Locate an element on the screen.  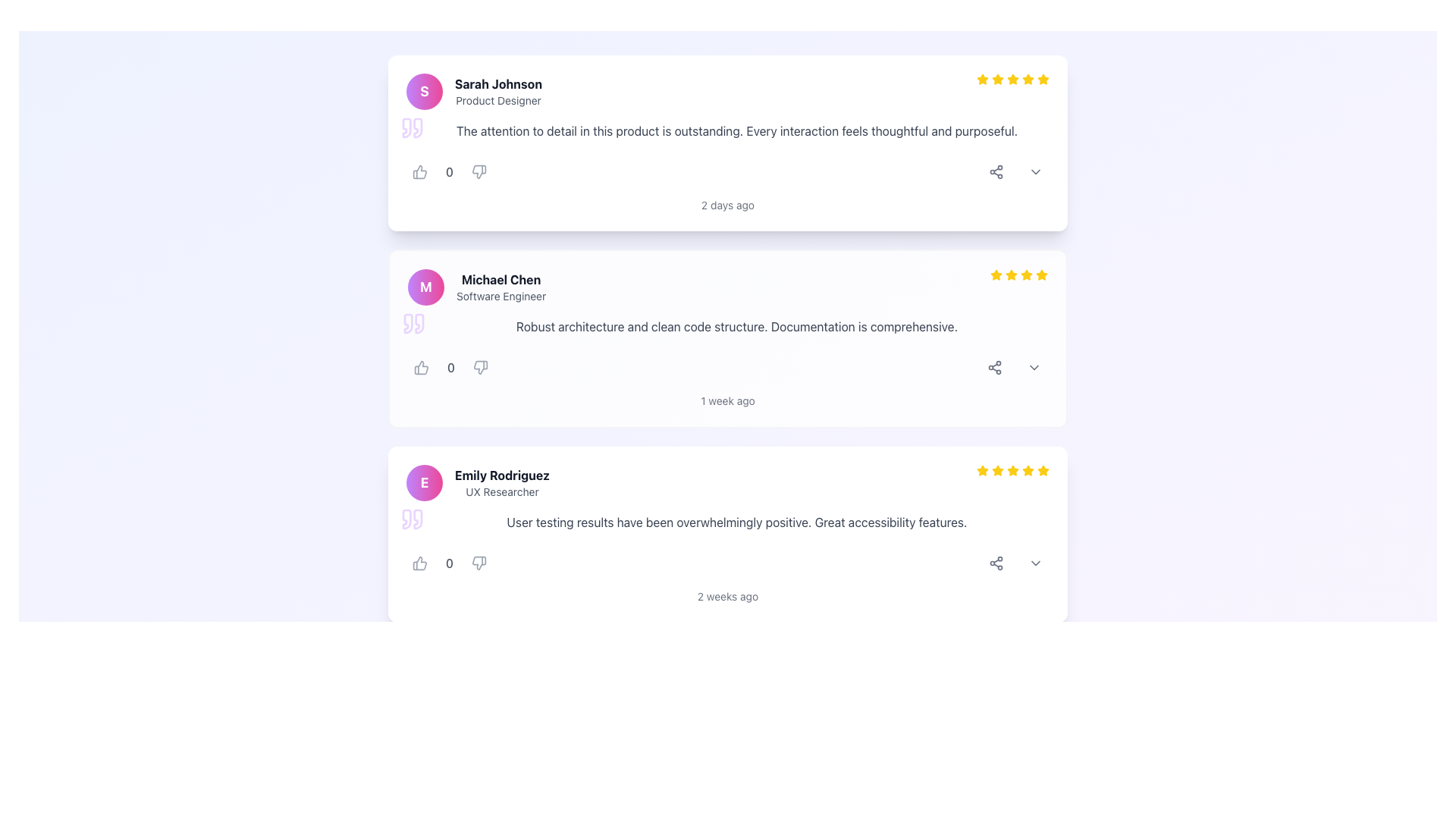
the thumbs-up icon to like the post associated with user 'Sarah Johnson' and her comment is located at coordinates (419, 171).